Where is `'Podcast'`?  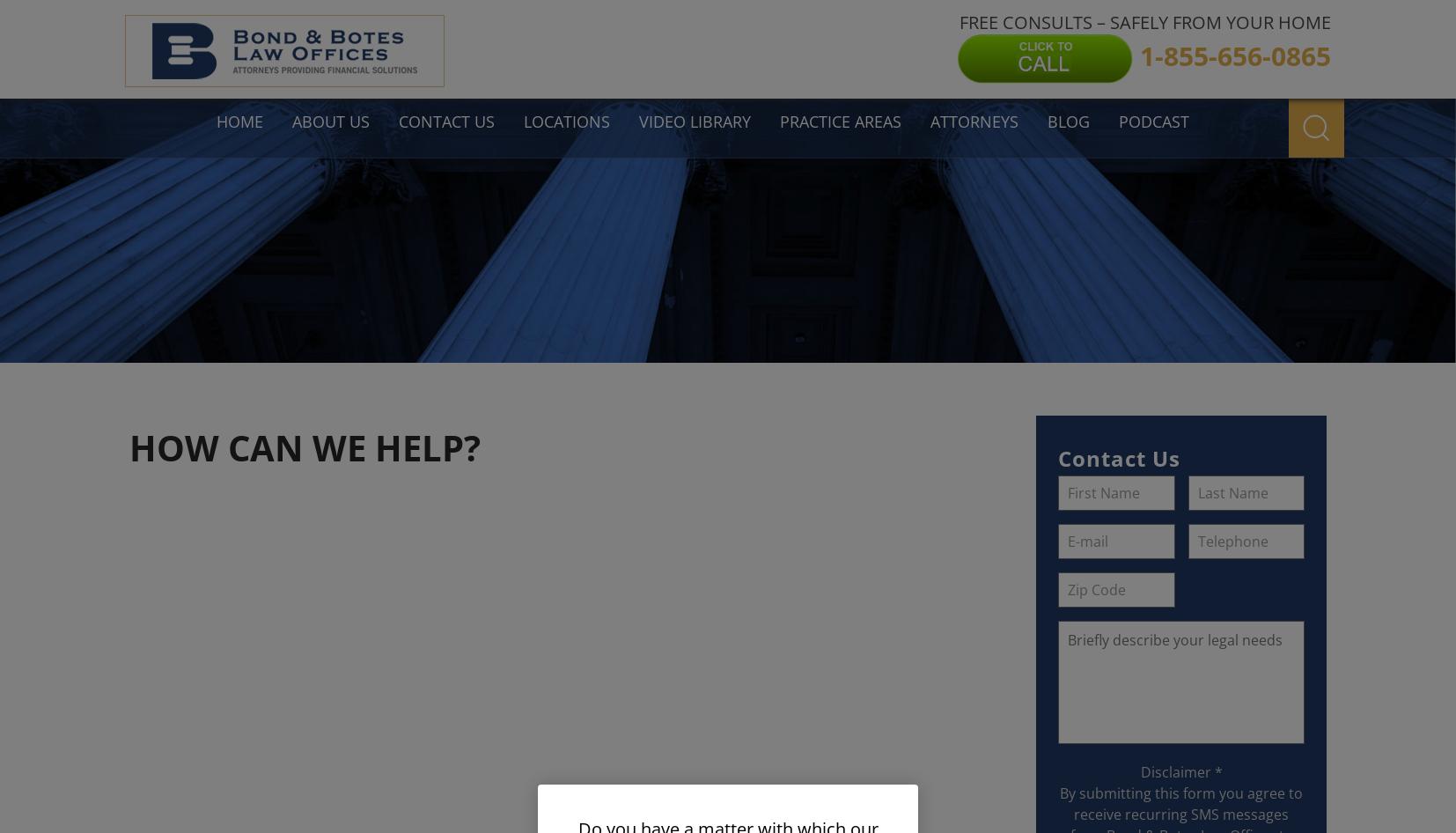
'Podcast' is located at coordinates (1117, 121).